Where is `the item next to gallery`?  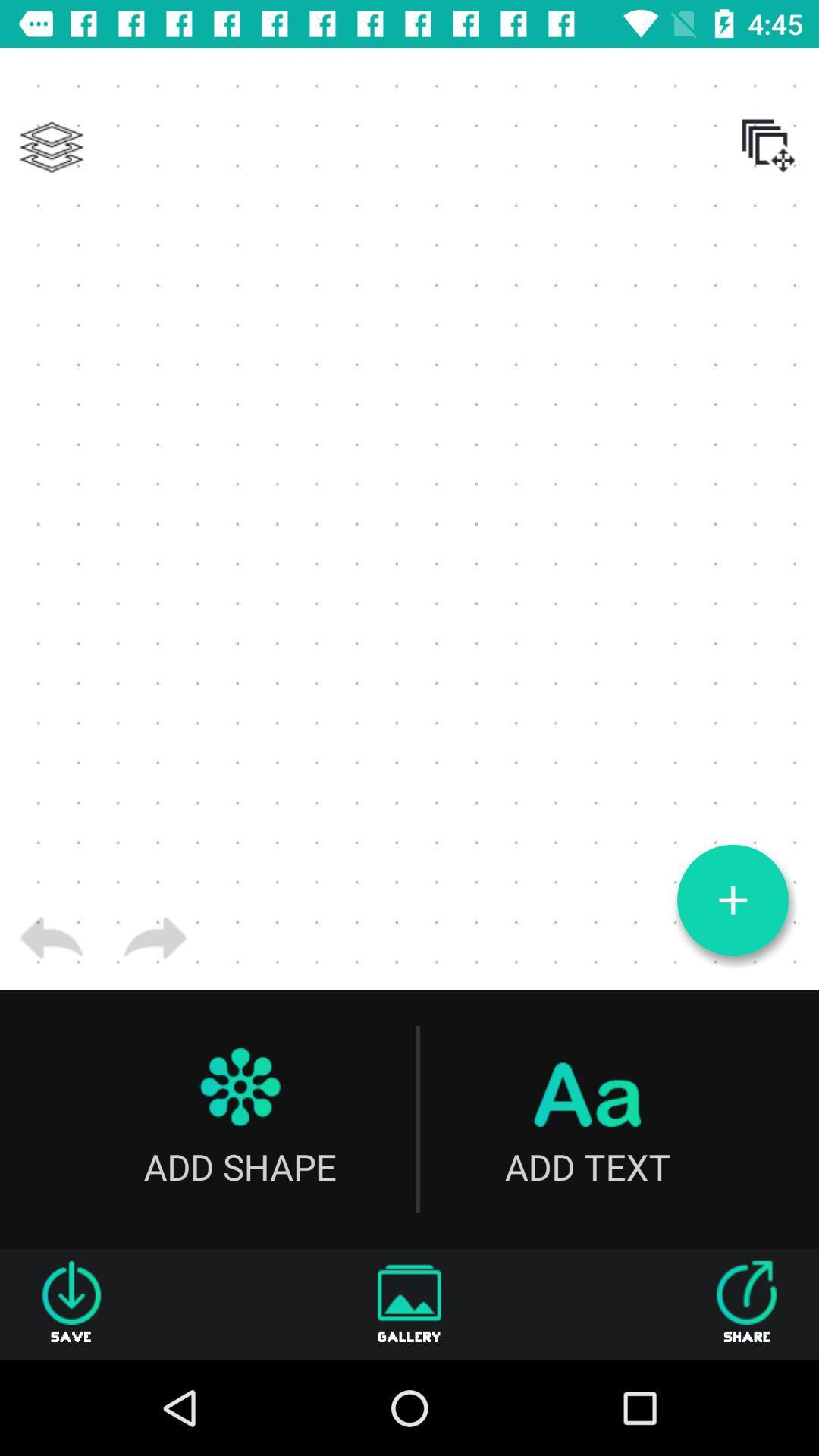 the item next to gallery is located at coordinates (71, 1304).